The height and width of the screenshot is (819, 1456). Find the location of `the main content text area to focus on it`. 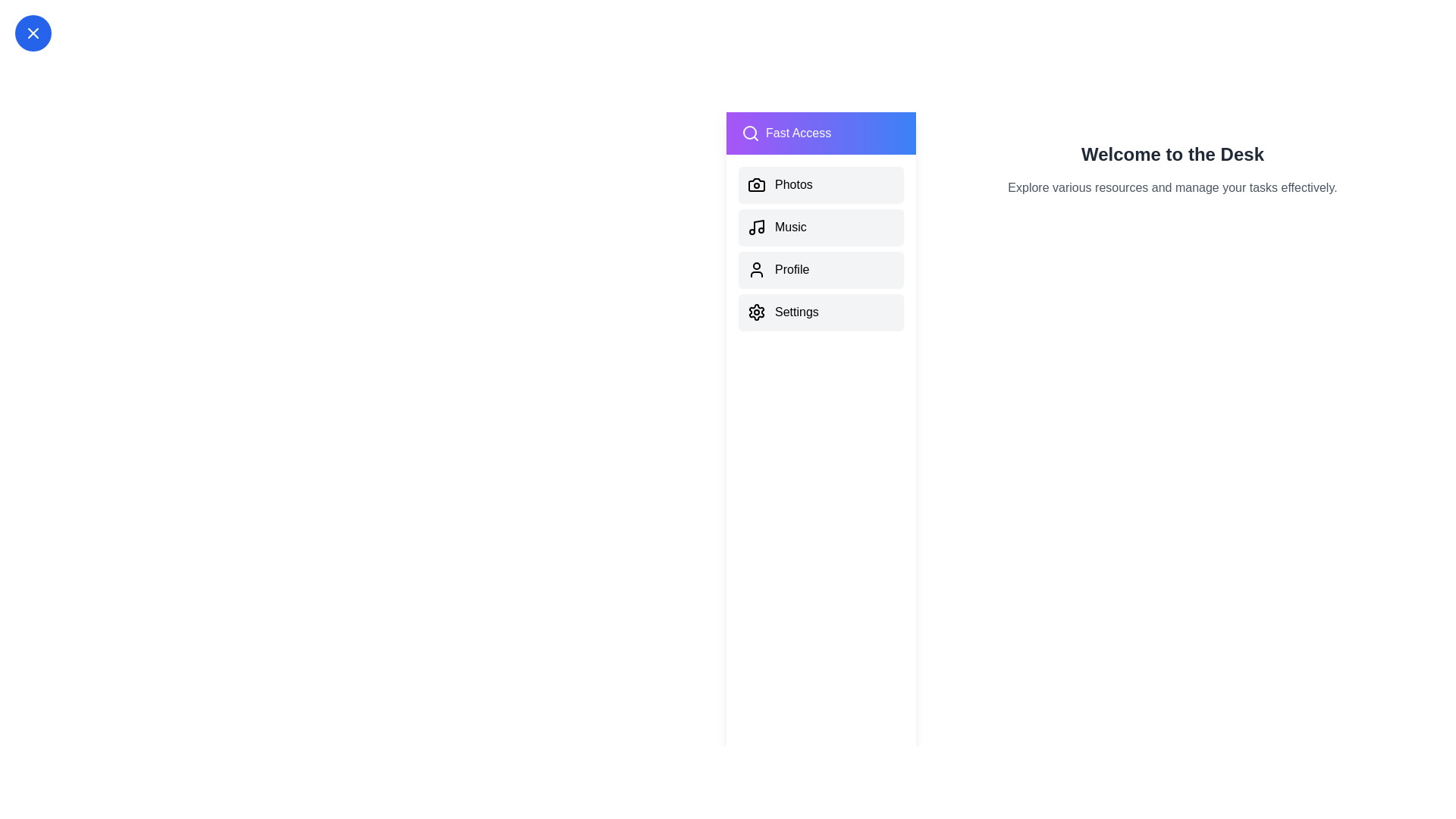

the main content text area to focus on it is located at coordinates (1172, 187).